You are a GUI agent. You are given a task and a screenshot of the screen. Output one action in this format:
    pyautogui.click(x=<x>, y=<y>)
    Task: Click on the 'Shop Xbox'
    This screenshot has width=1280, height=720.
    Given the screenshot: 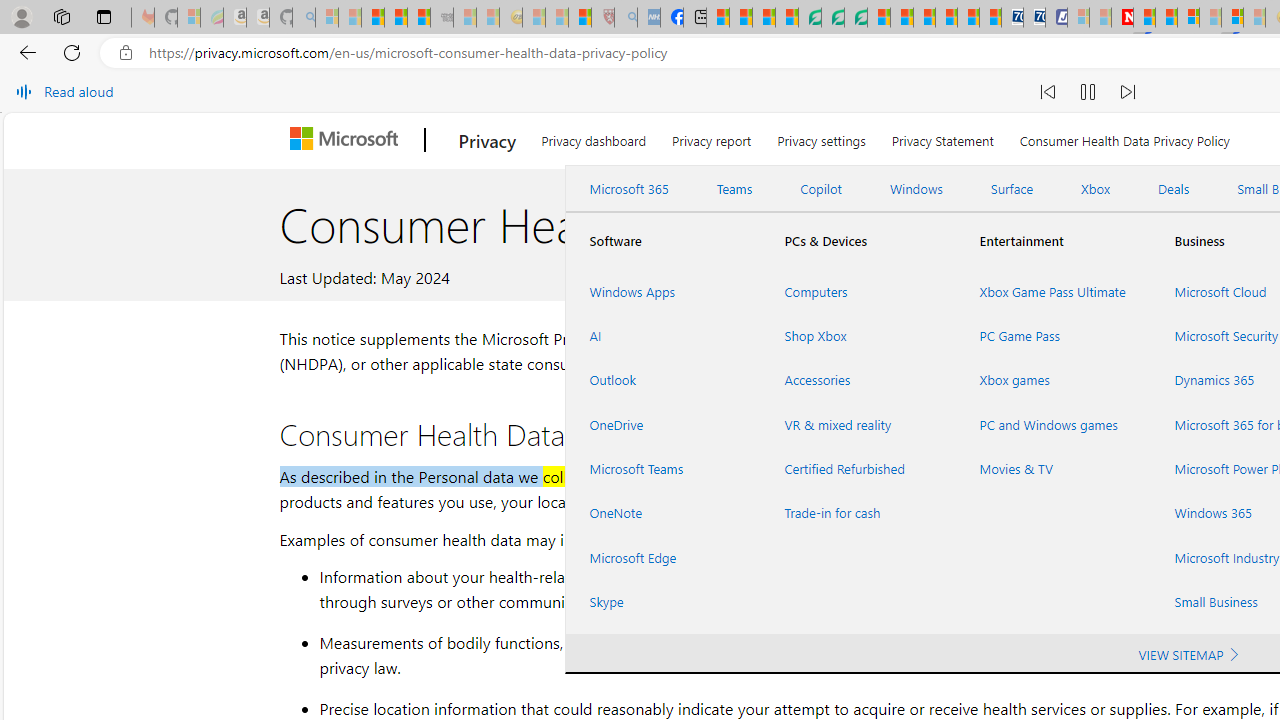 What is the action you would take?
    pyautogui.click(x=858, y=335)
    